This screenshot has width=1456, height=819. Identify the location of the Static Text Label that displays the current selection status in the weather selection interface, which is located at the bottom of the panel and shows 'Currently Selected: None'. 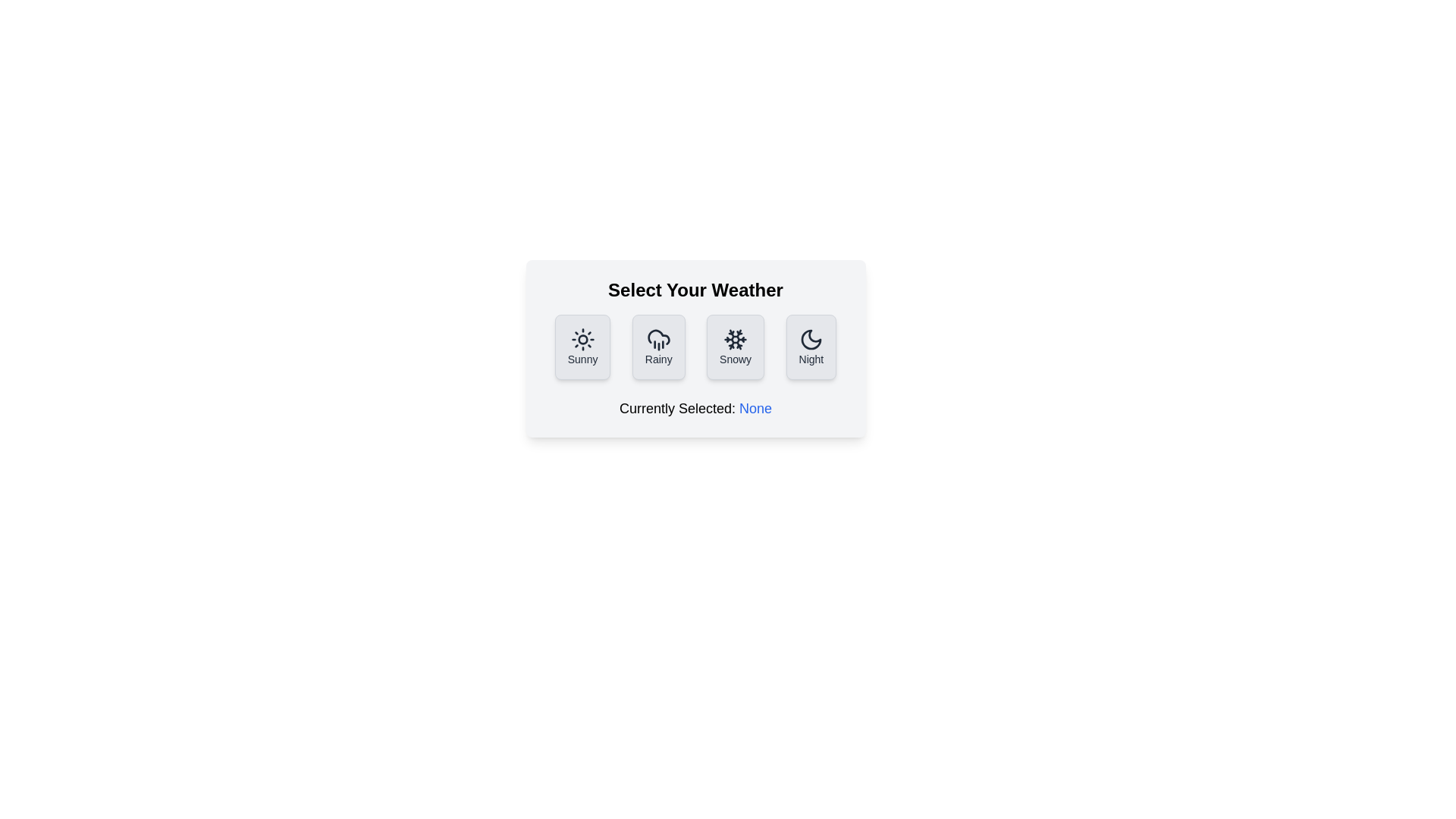
(755, 408).